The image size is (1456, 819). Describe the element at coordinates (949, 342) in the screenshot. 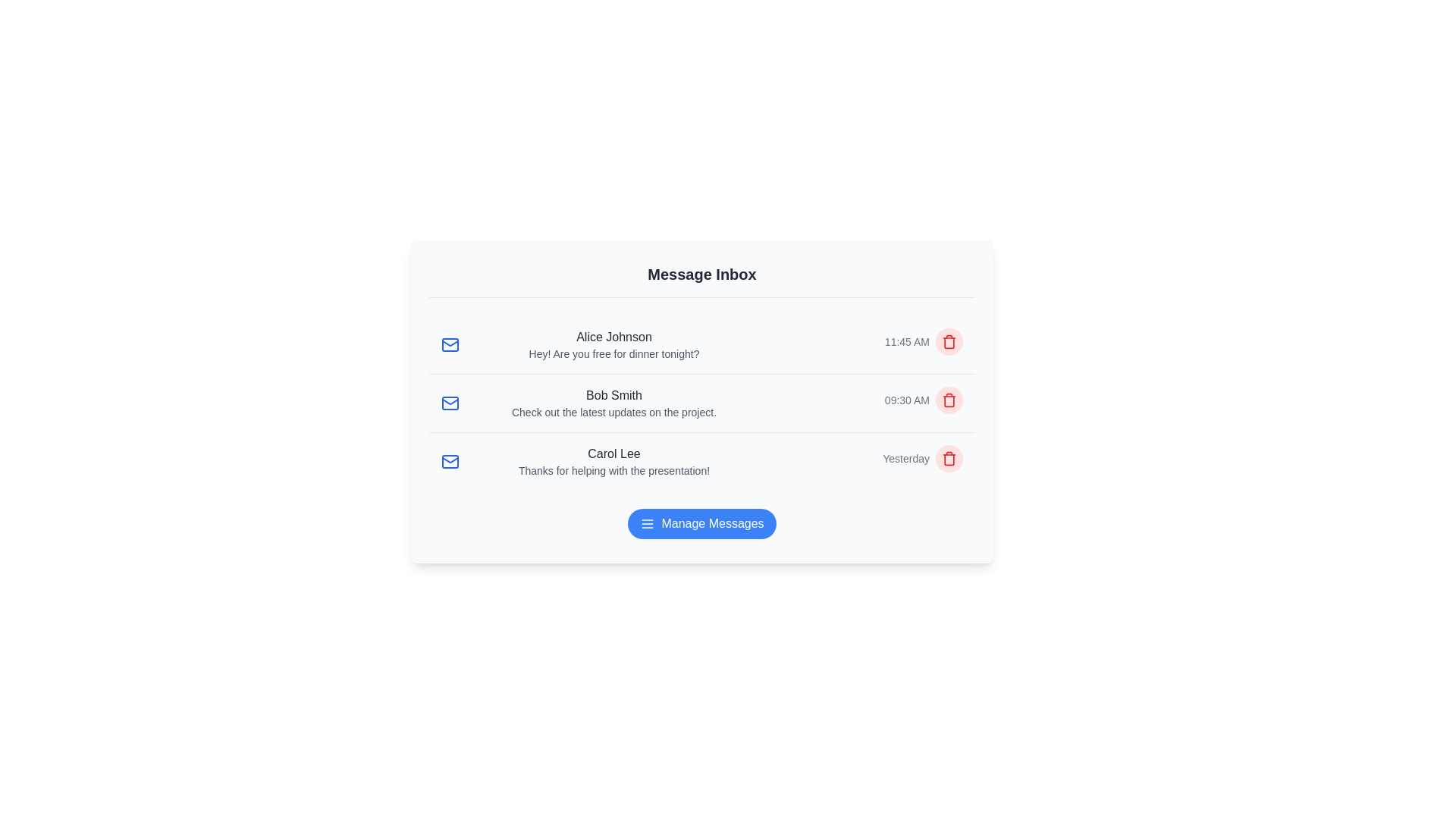

I see `the delete button for the message from Alice Johnson` at that location.